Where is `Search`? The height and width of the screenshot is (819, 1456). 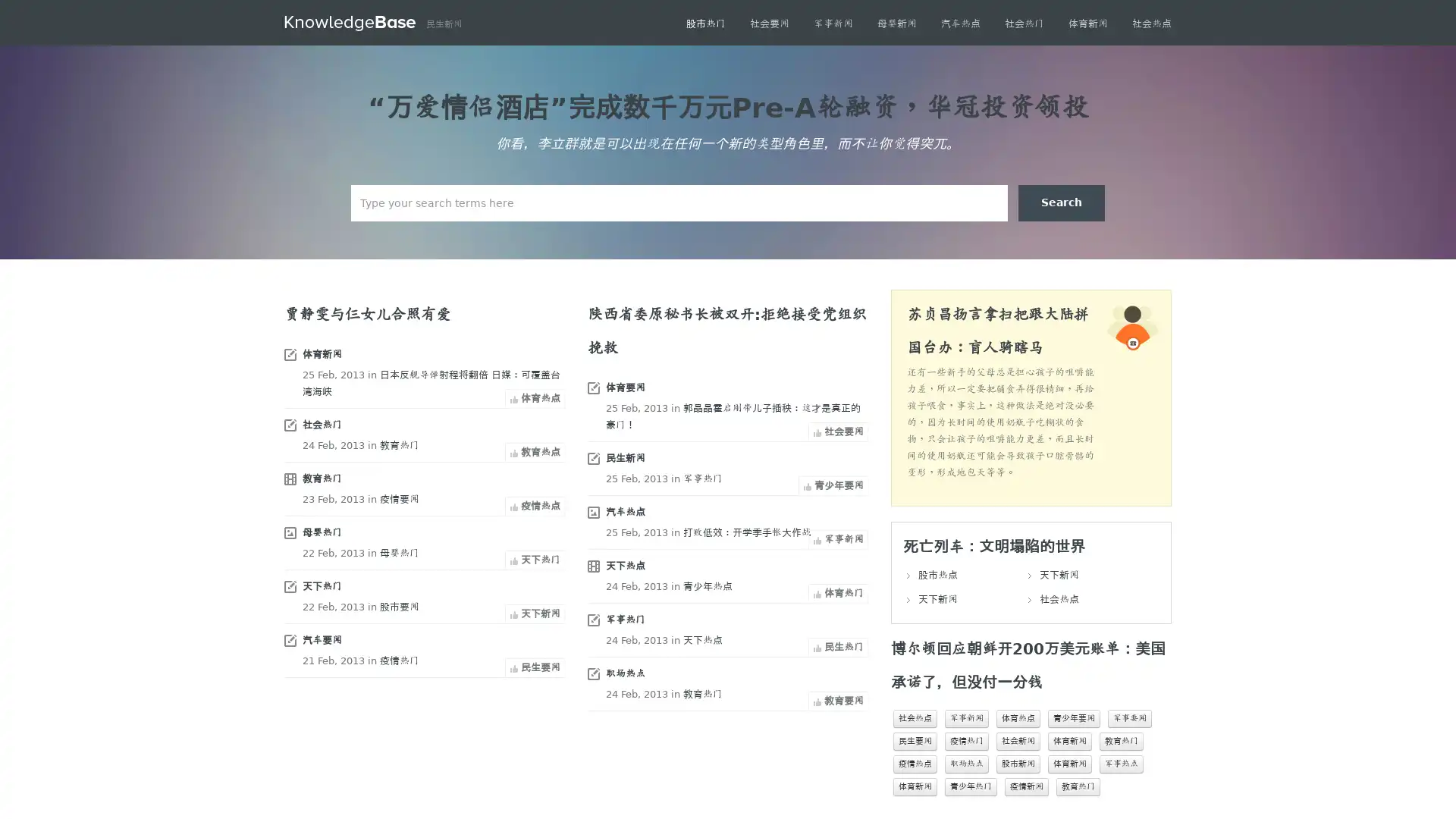 Search is located at coordinates (1061, 202).